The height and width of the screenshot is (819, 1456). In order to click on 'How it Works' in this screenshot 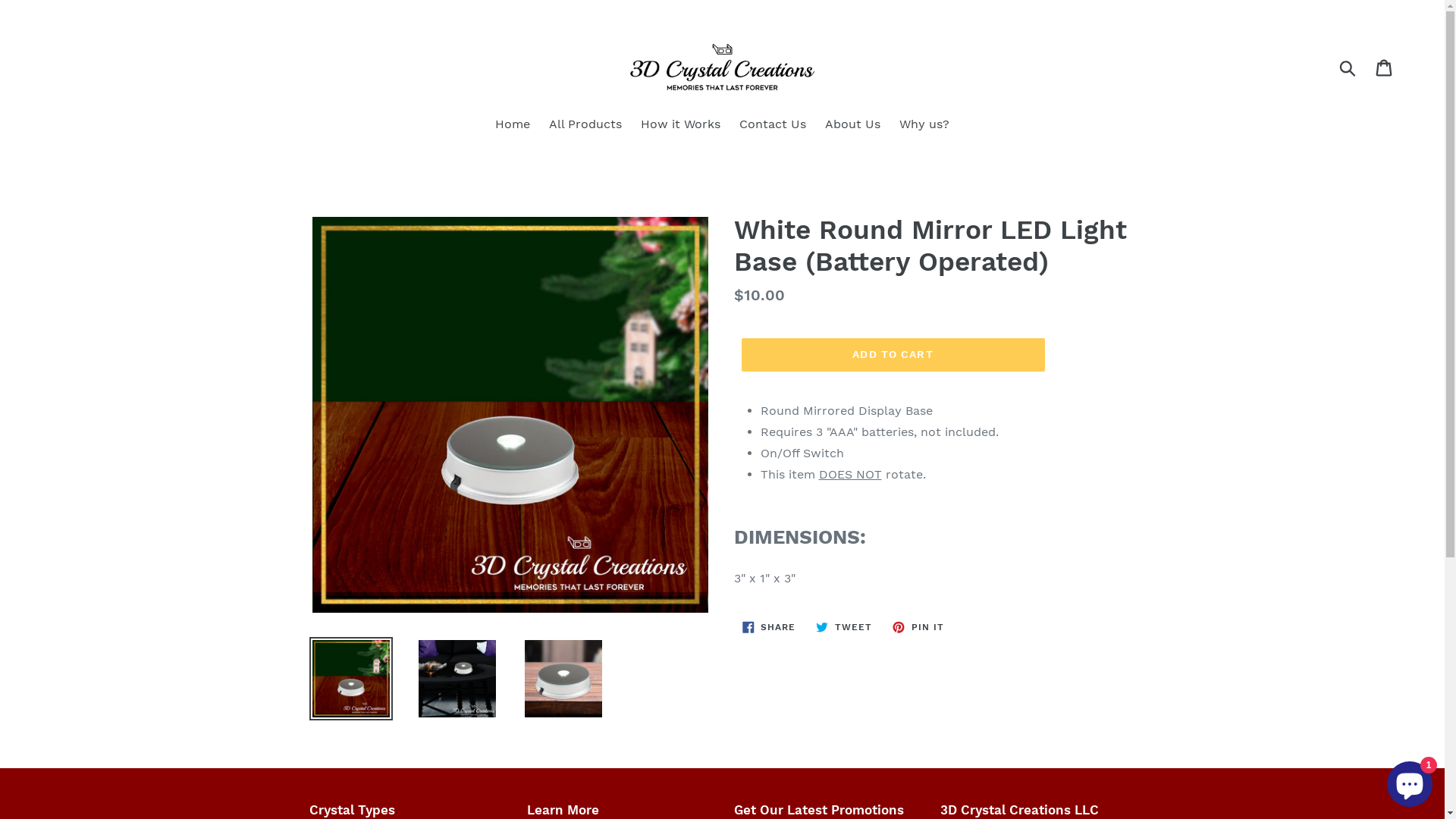, I will do `click(633, 124)`.